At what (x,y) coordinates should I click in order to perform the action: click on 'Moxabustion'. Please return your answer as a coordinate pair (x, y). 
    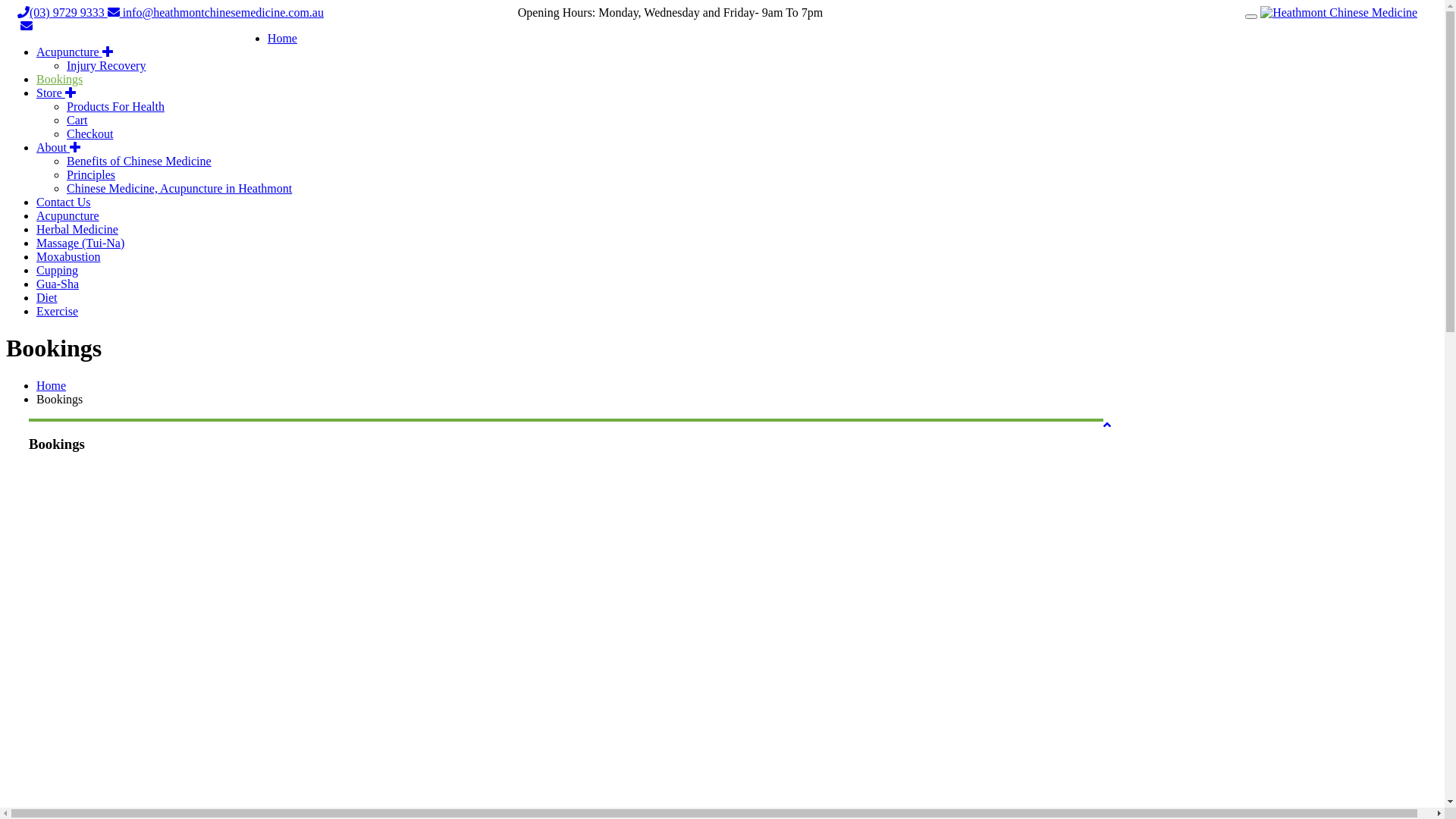
    Looking at the image, I should click on (67, 256).